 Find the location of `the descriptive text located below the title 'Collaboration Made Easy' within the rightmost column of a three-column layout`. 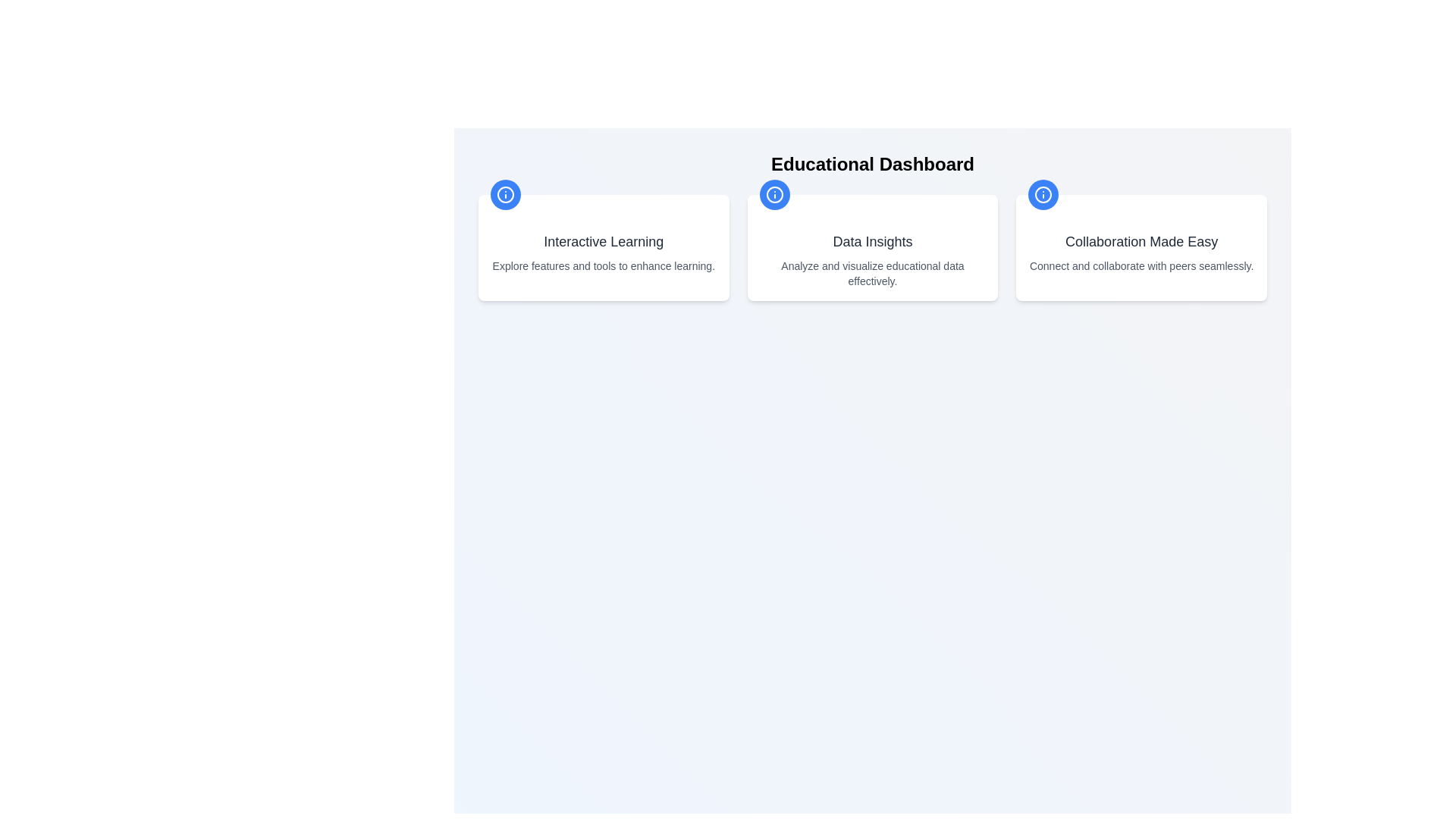

the descriptive text located below the title 'Collaboration Made Easy' within the rightmost column of a three-column layout is located at coordinates (1141, 265).